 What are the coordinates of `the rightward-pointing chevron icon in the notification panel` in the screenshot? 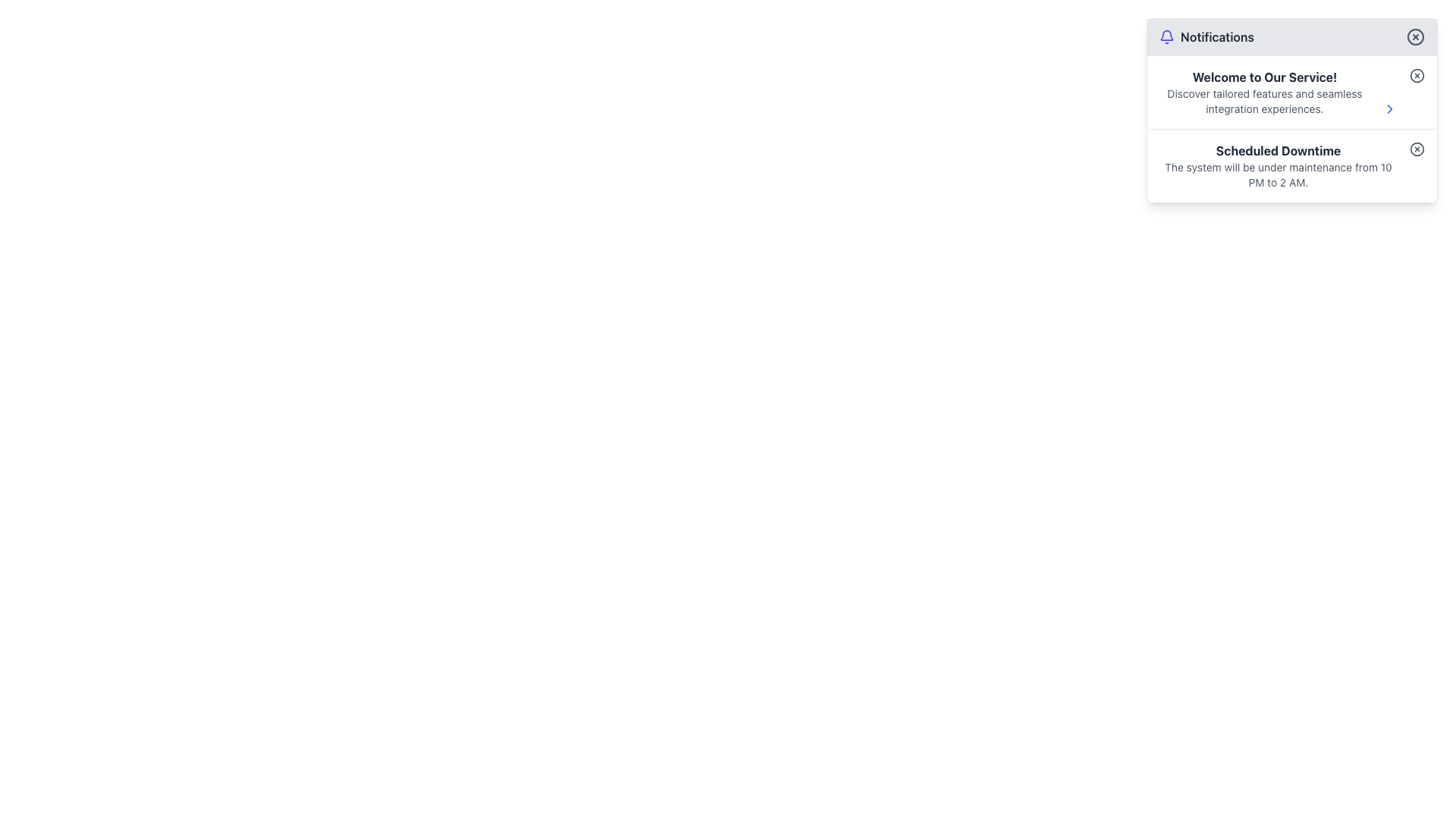 It's located at (1390, 108).